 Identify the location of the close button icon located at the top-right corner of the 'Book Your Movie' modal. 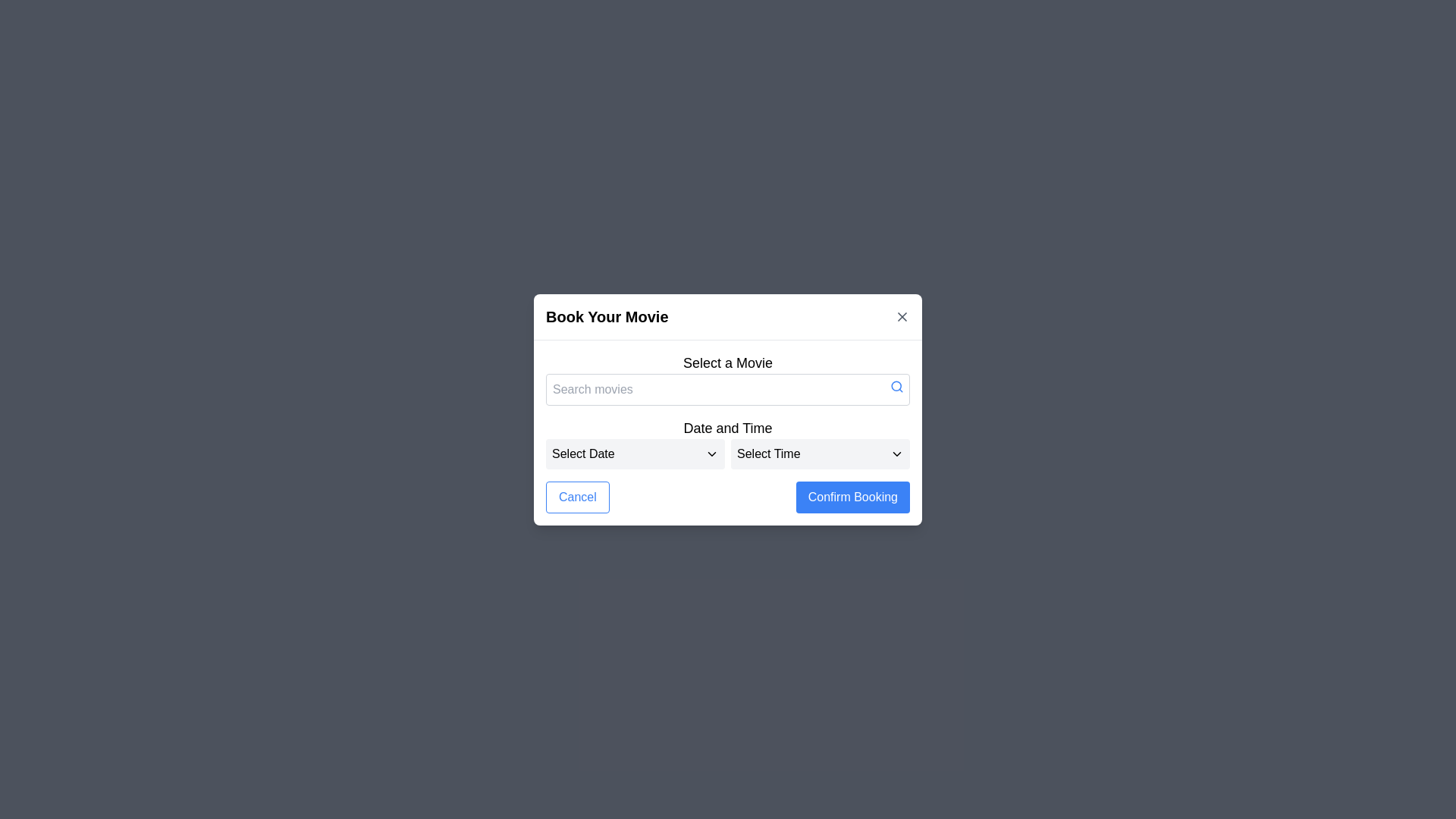
(902, 315).